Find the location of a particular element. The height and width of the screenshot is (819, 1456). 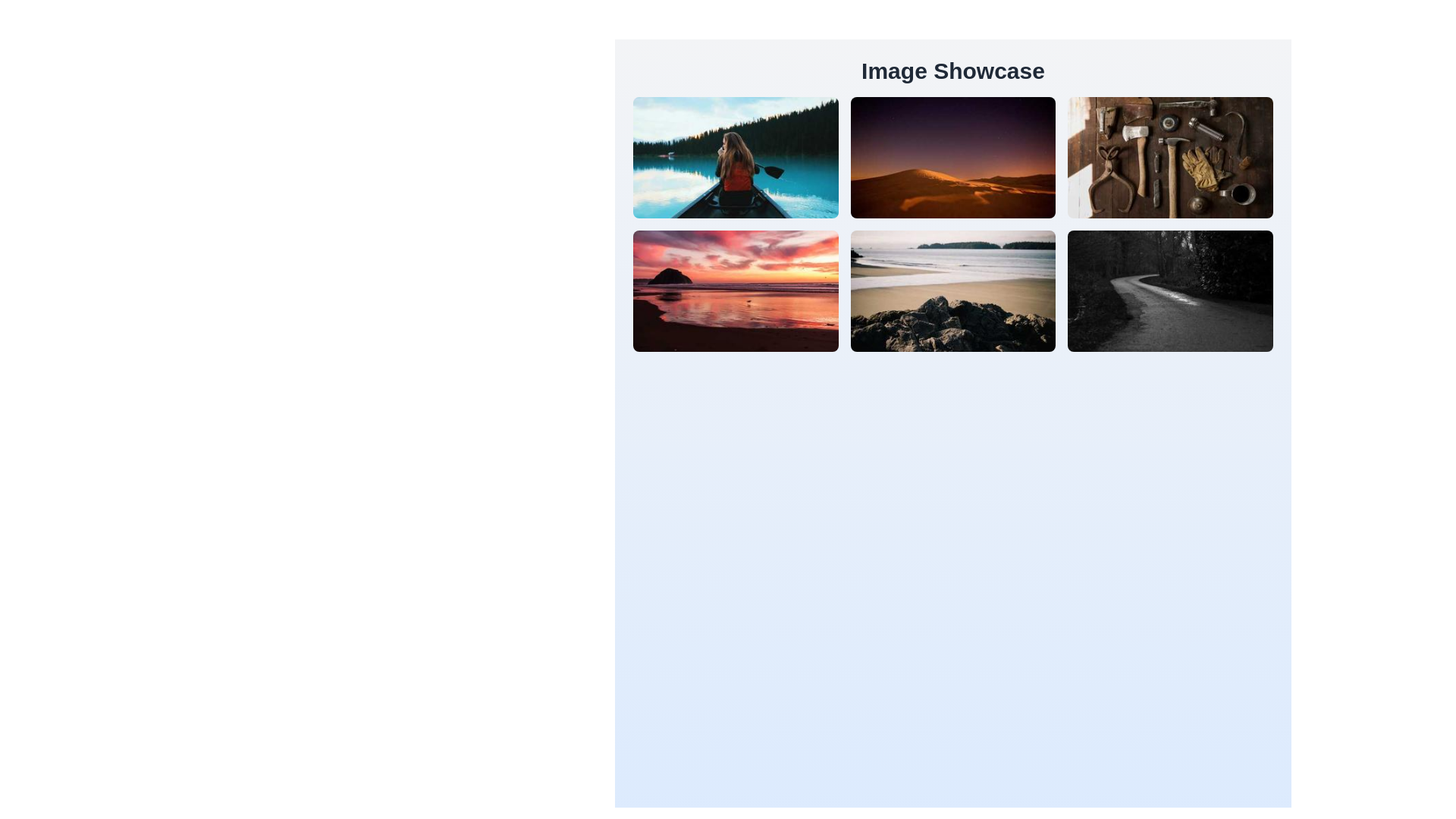

first image in the grid, which exhibits a scaling hover animation, by opening developer tools is located at coordinates (736, 158).